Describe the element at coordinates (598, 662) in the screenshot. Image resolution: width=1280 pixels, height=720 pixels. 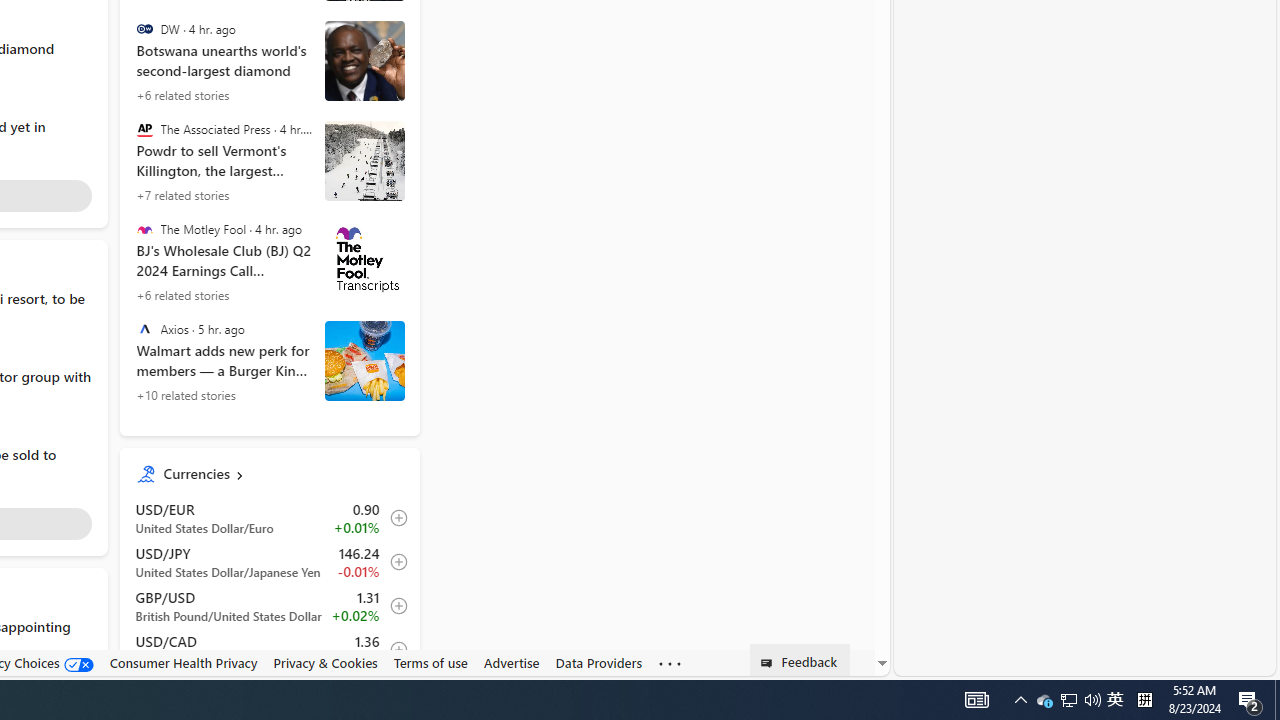
I see `'Data Providers'` at that location.